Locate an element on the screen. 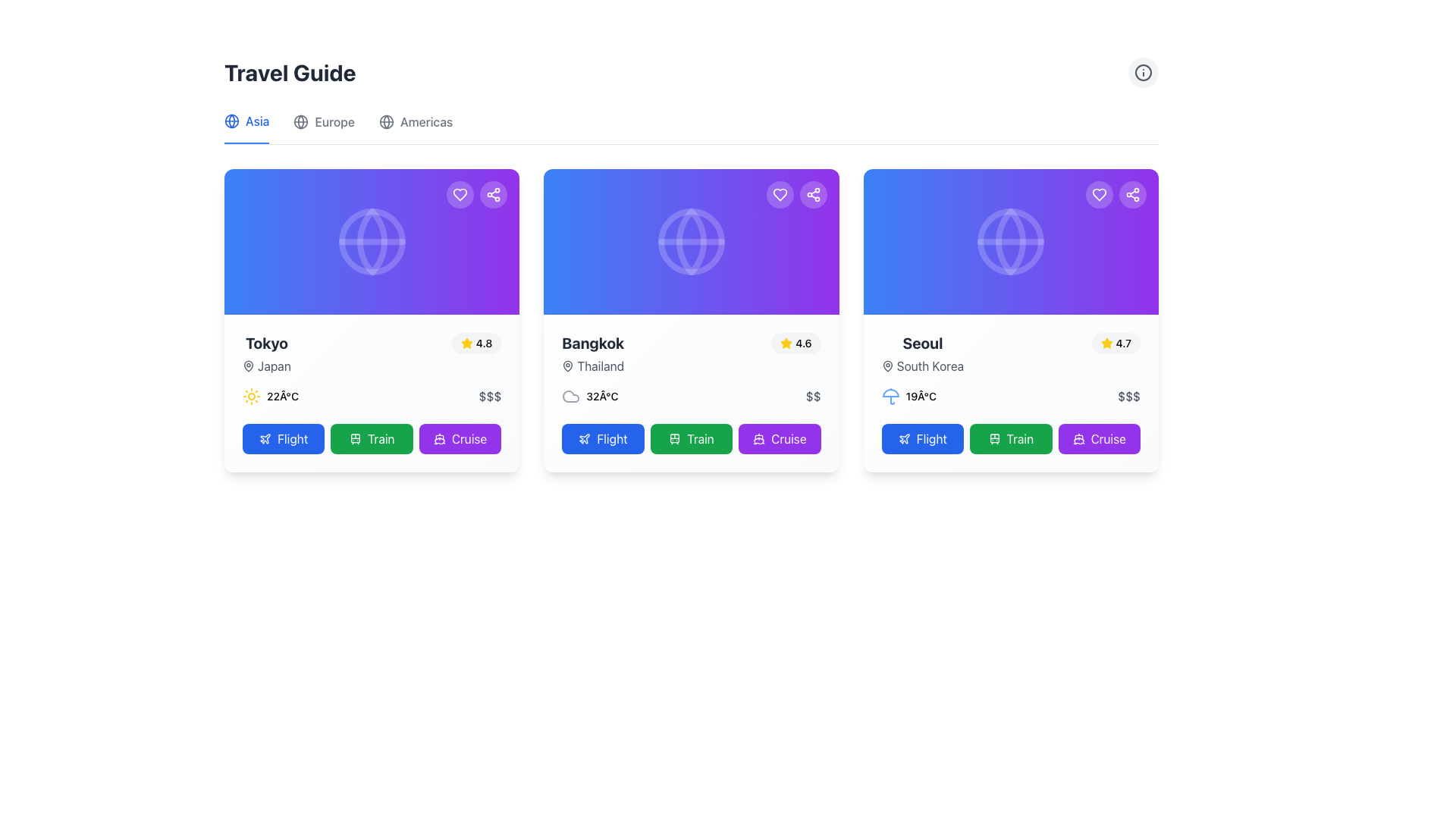  informational label displaying the country name associated with the city 'Seoul', positioned below the main title 'Seoul' and above the temperature indicator is located at coordinates (921, 366).